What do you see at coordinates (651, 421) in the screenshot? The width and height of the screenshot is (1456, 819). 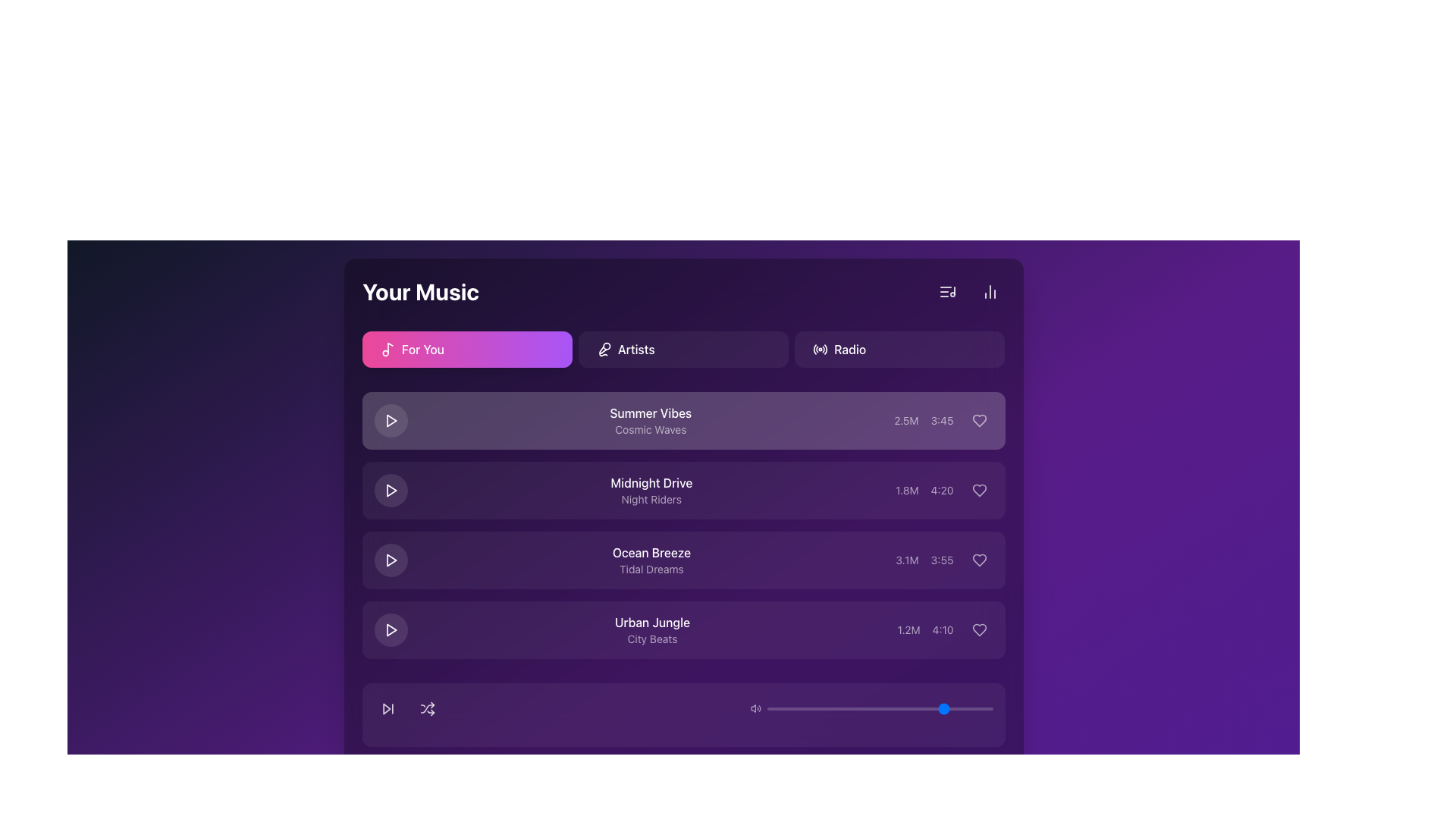 I see `the content of the text label indicating the title 'Summer Vibes' and subtitle 'Cosmic Waves', located in the second row under 'Your Music', between the play button and the stats` at bounding box center [651, 421].